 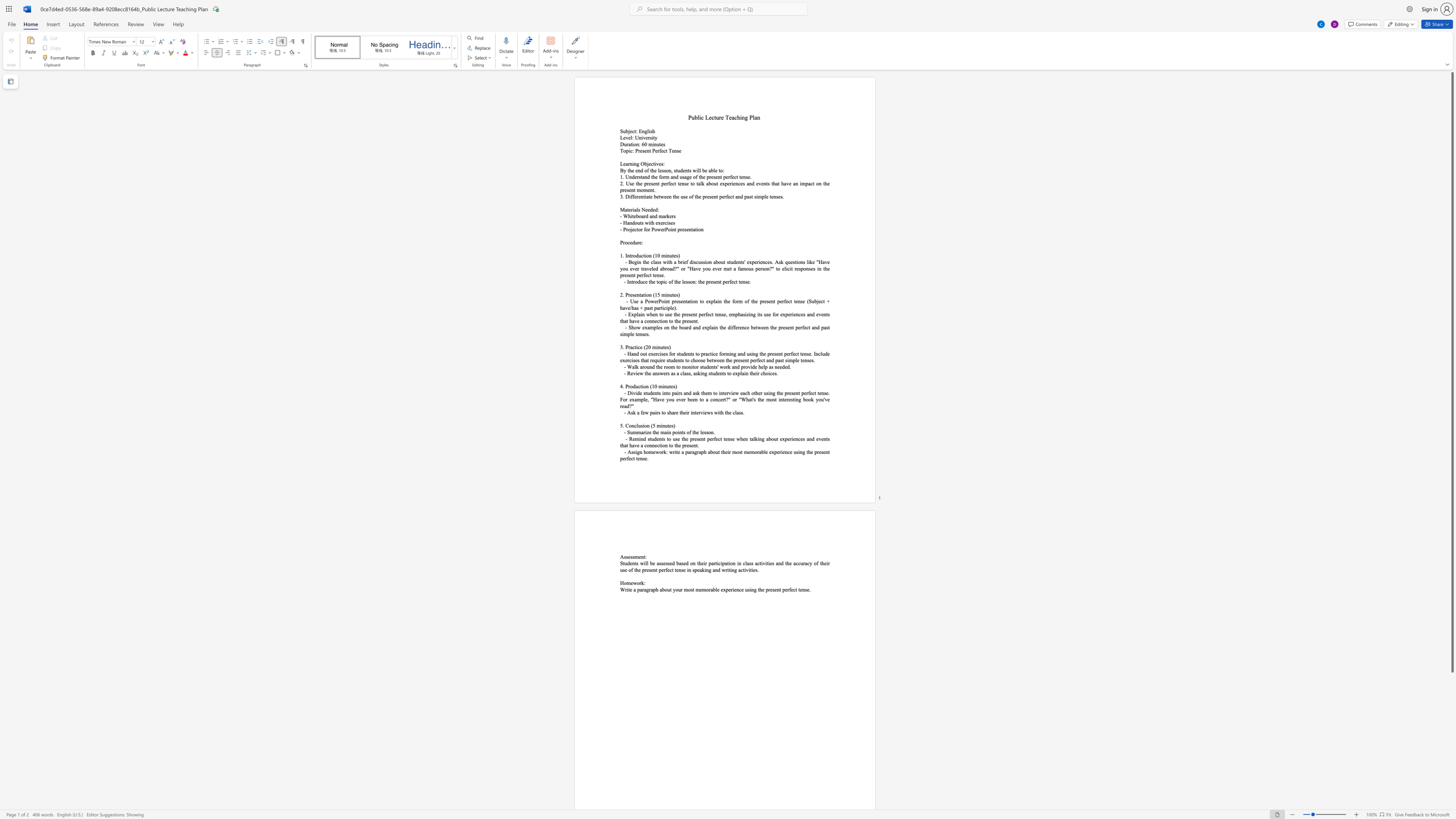 I want to click on the scrollbar to move the content lower, so click(x=1451, y=713).